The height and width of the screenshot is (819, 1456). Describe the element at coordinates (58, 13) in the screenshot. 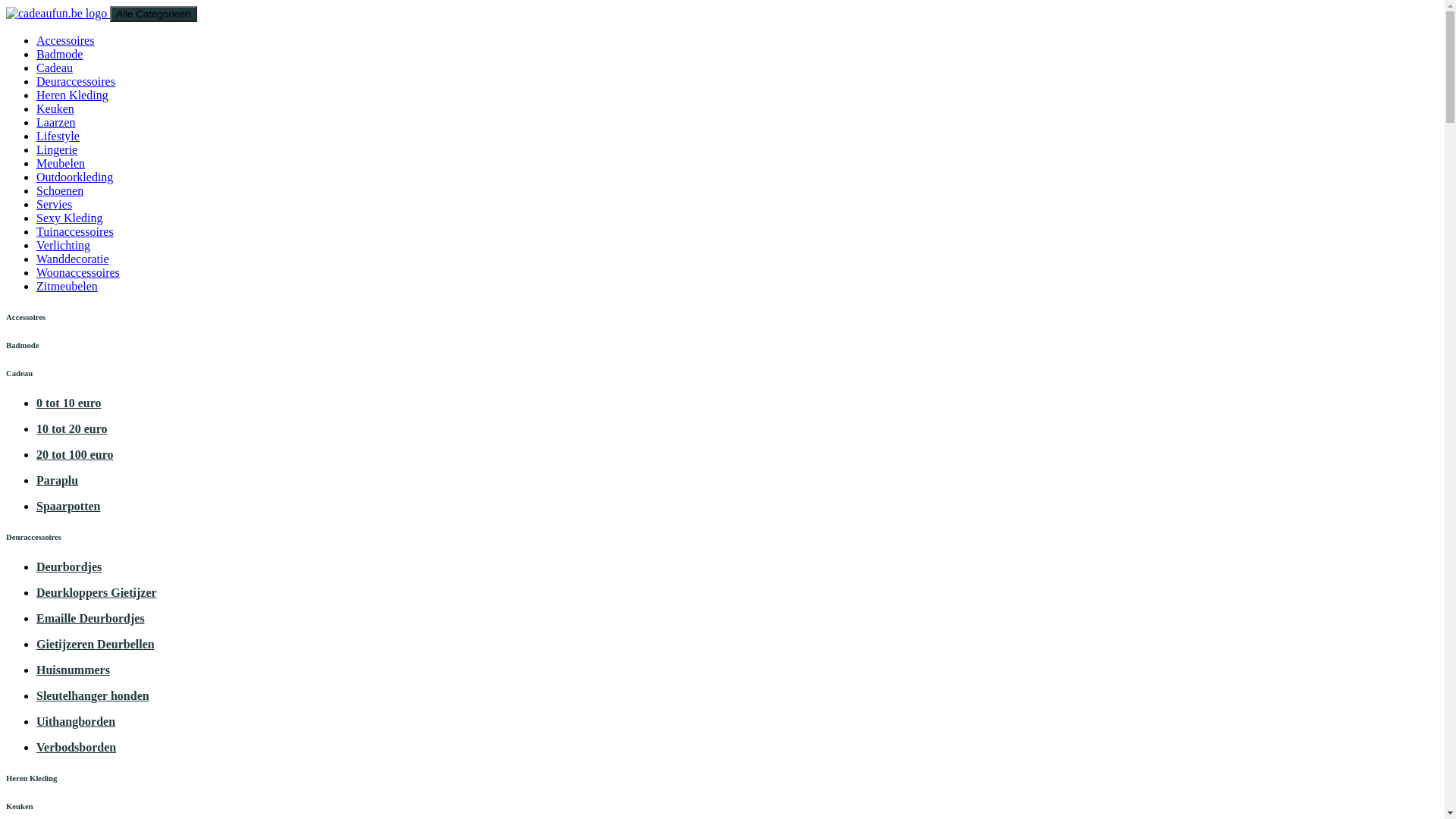

I see `'Terug naar cadeaufun.be home'` at that location.